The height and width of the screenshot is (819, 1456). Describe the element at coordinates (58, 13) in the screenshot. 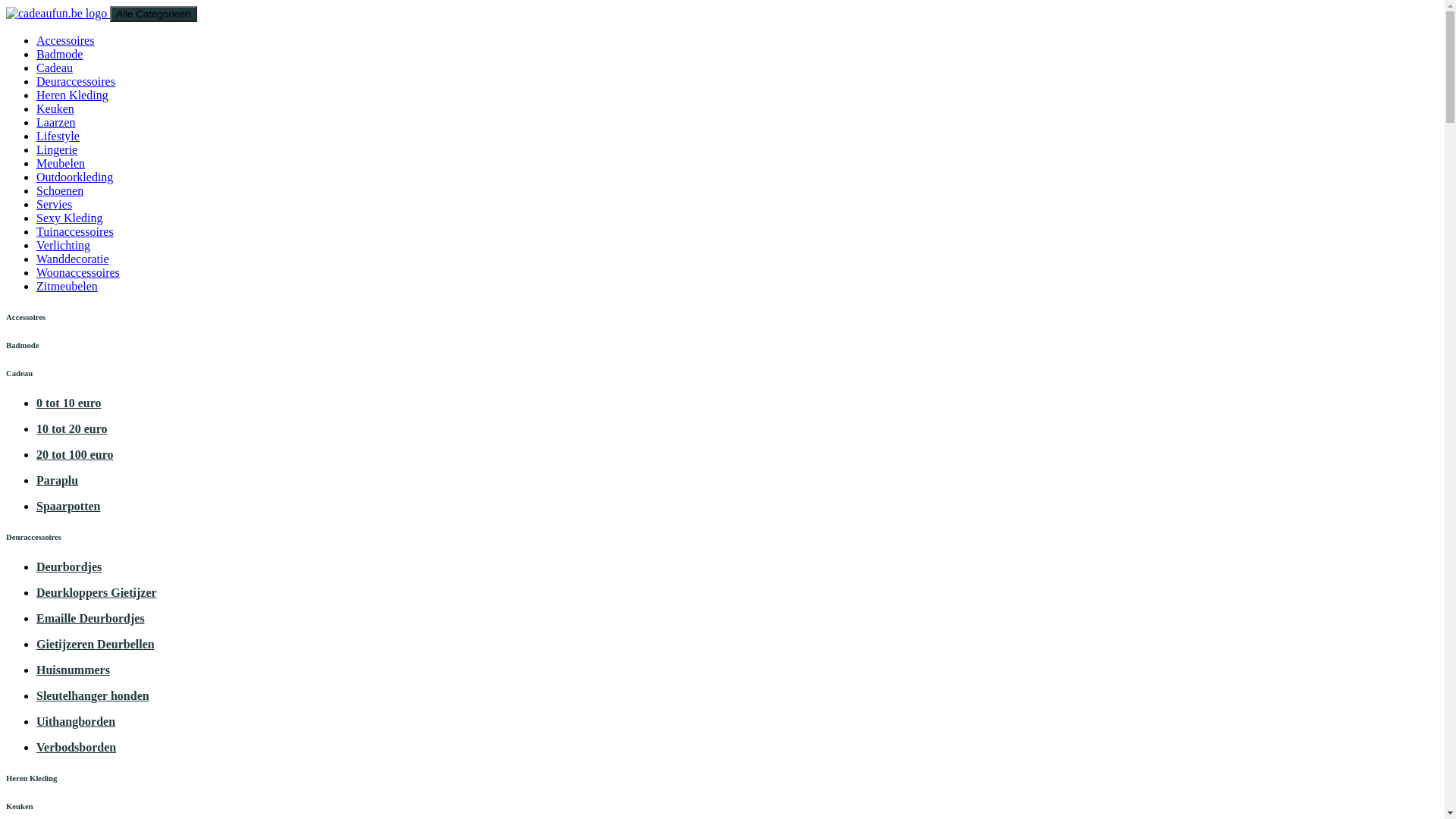

I see `'Terug naar cadeaufun.be home'` at that location.